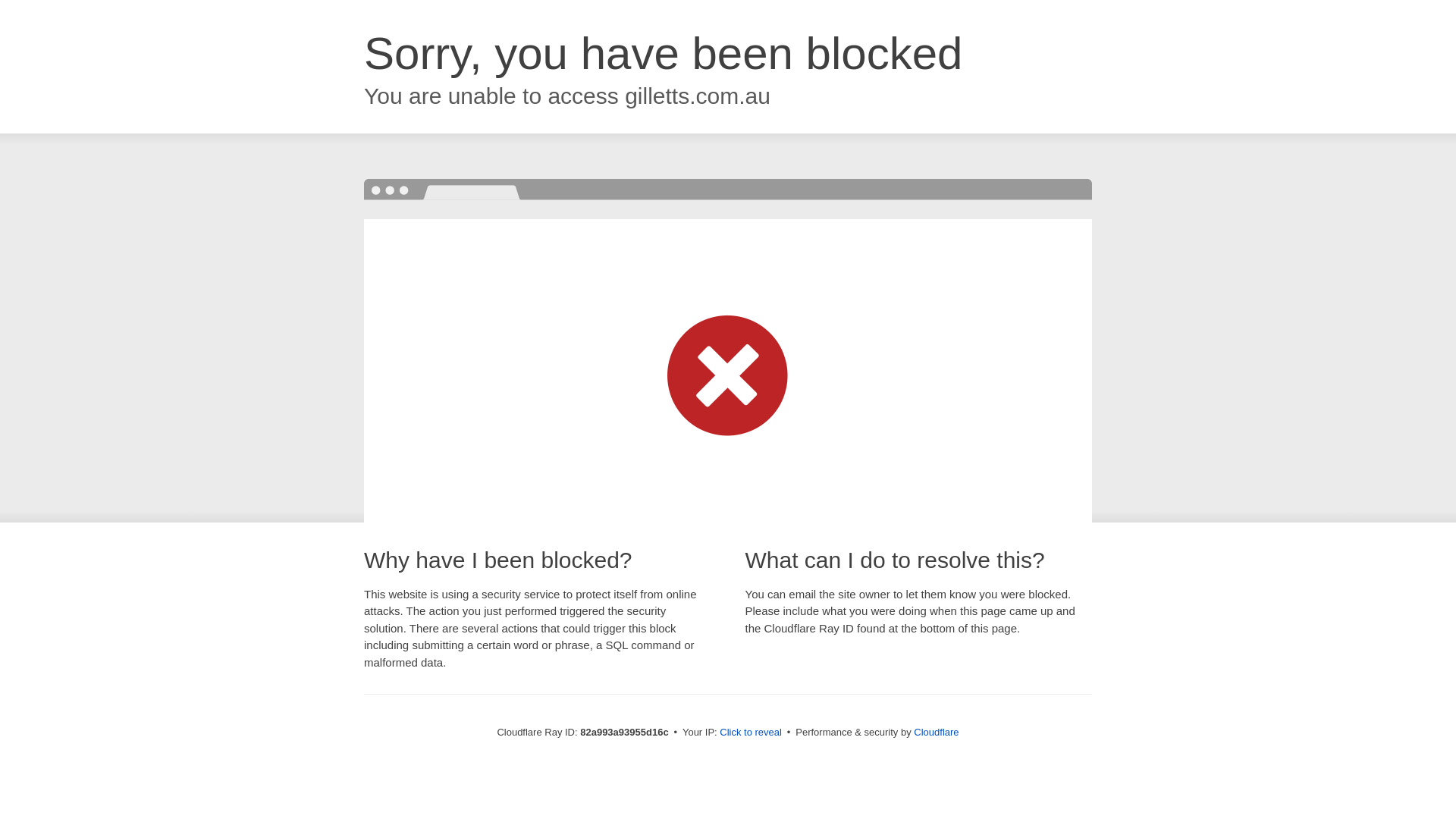  I want to click on 'Click to reveal', so click(719, 731).